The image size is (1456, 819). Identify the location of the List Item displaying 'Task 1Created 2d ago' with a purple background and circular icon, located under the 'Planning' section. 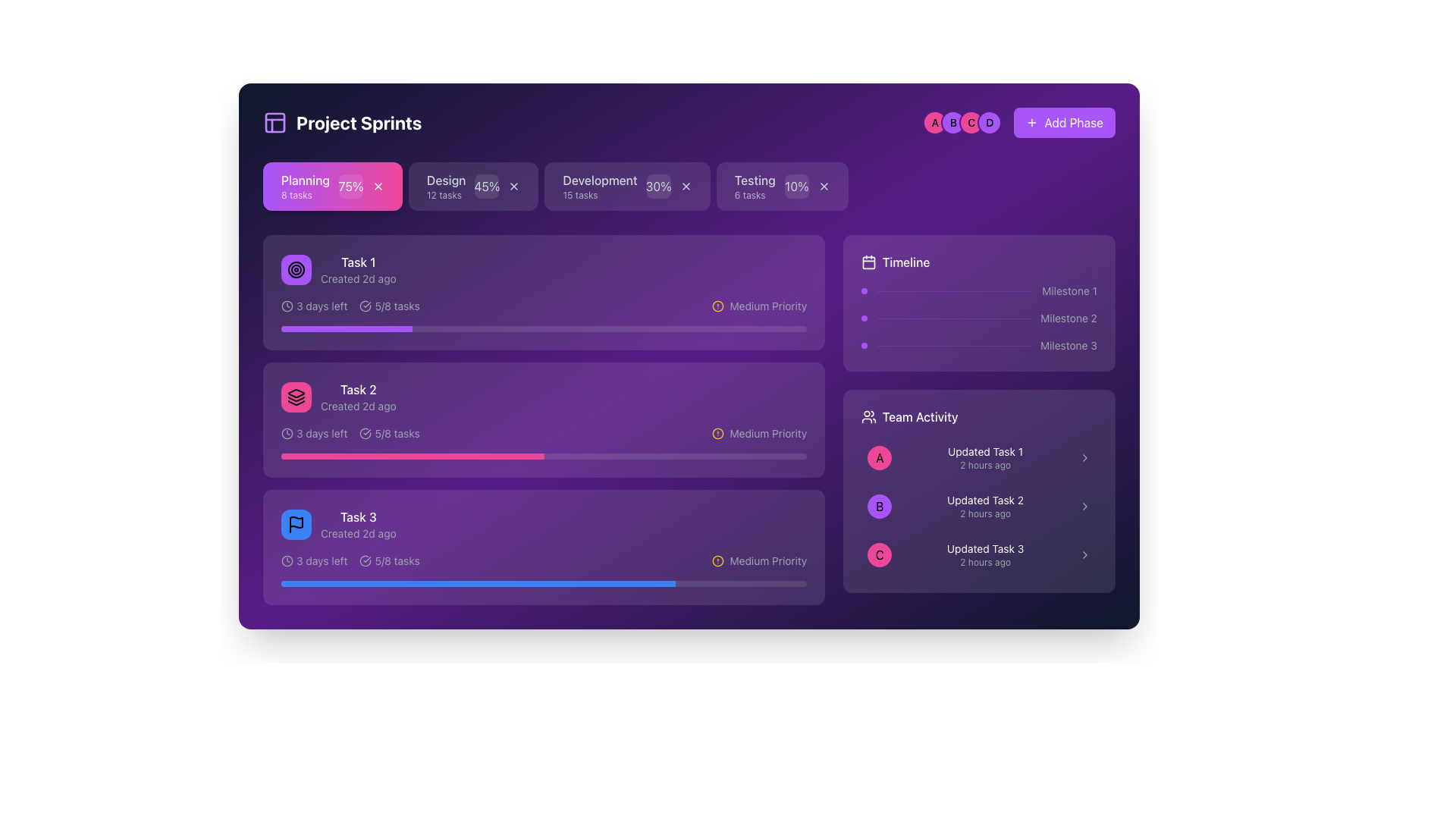
(337, 268).